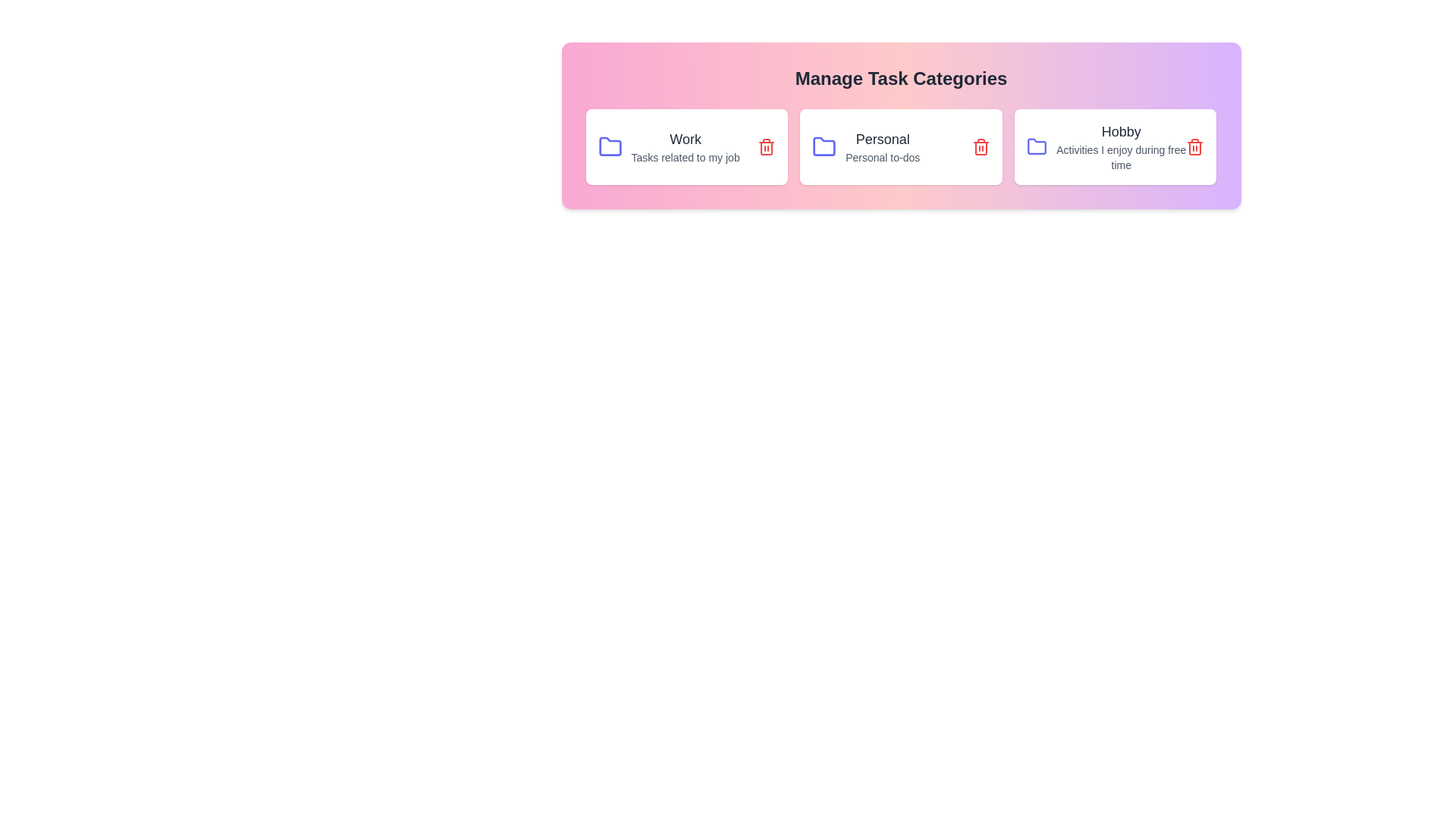 This screenshot has height=819, width=1456. I want to click on the category card labeled 'Personal' to observe hover effects, so click(901, 146).